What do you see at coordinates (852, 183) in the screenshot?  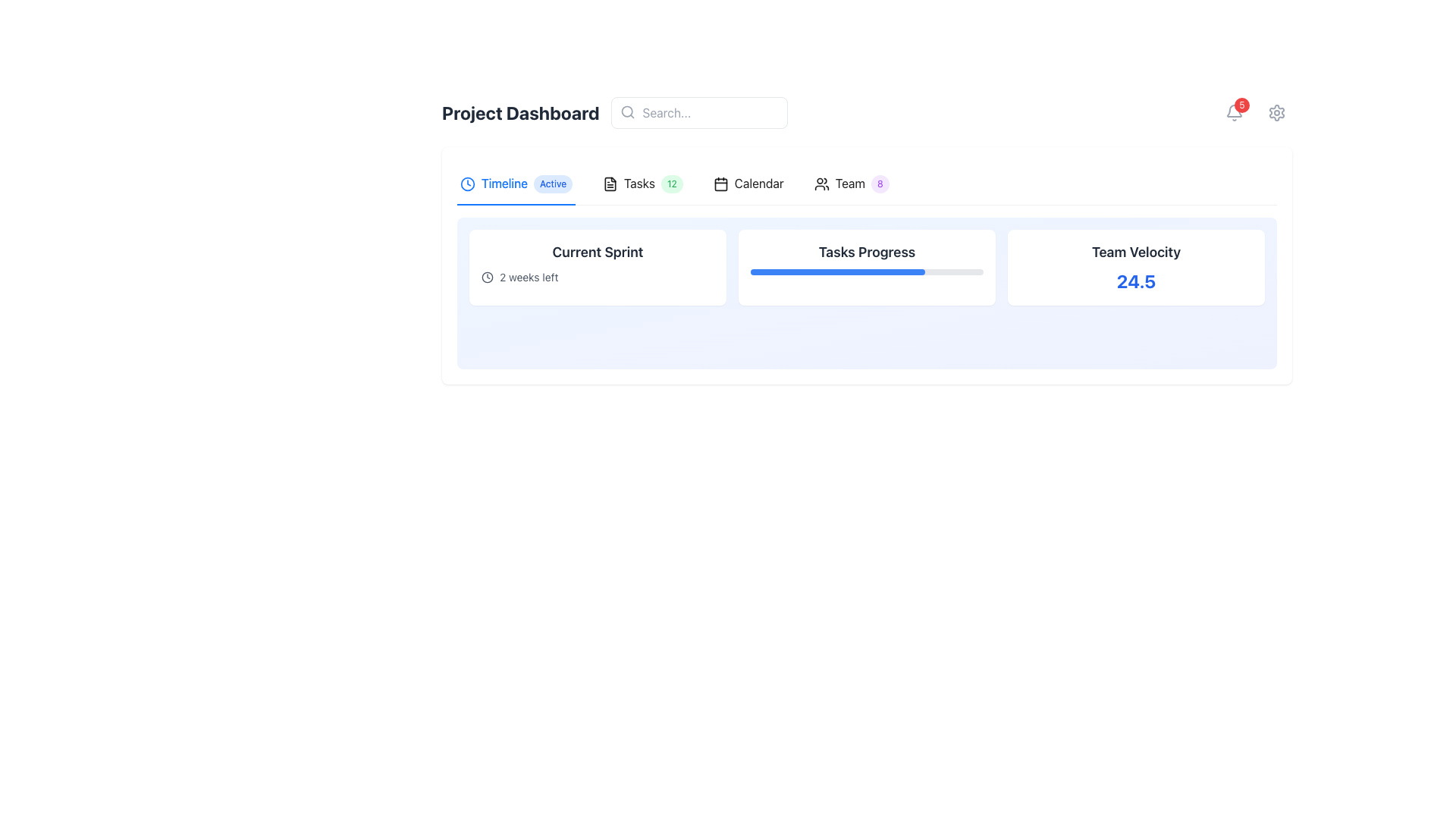 I see `the 'Team' tab with a numeric badge displaying '8'` at bounding box center [852, 183].